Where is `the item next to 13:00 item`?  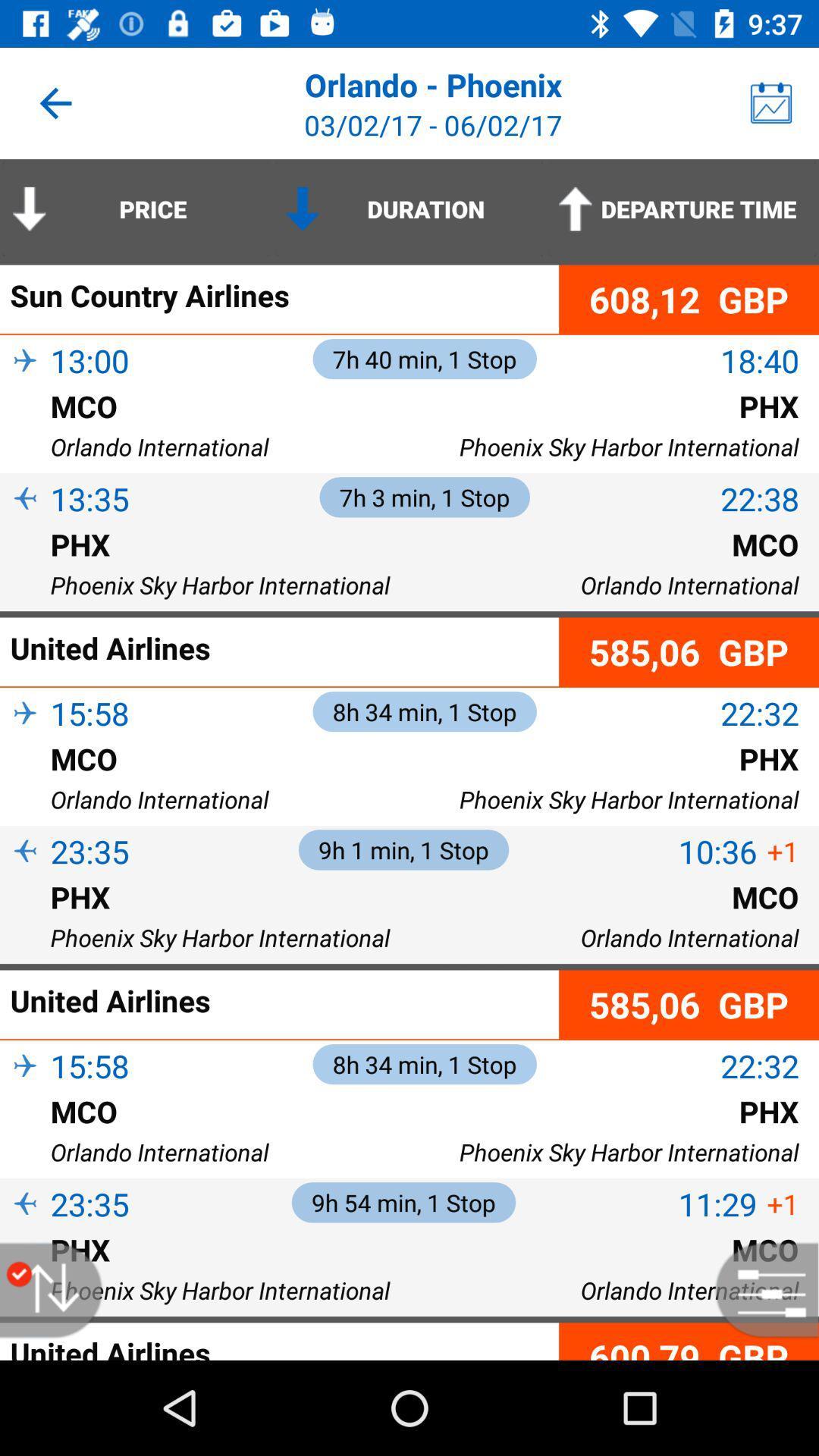
the item next to 13:00 item is located at coordinates (25, 386).